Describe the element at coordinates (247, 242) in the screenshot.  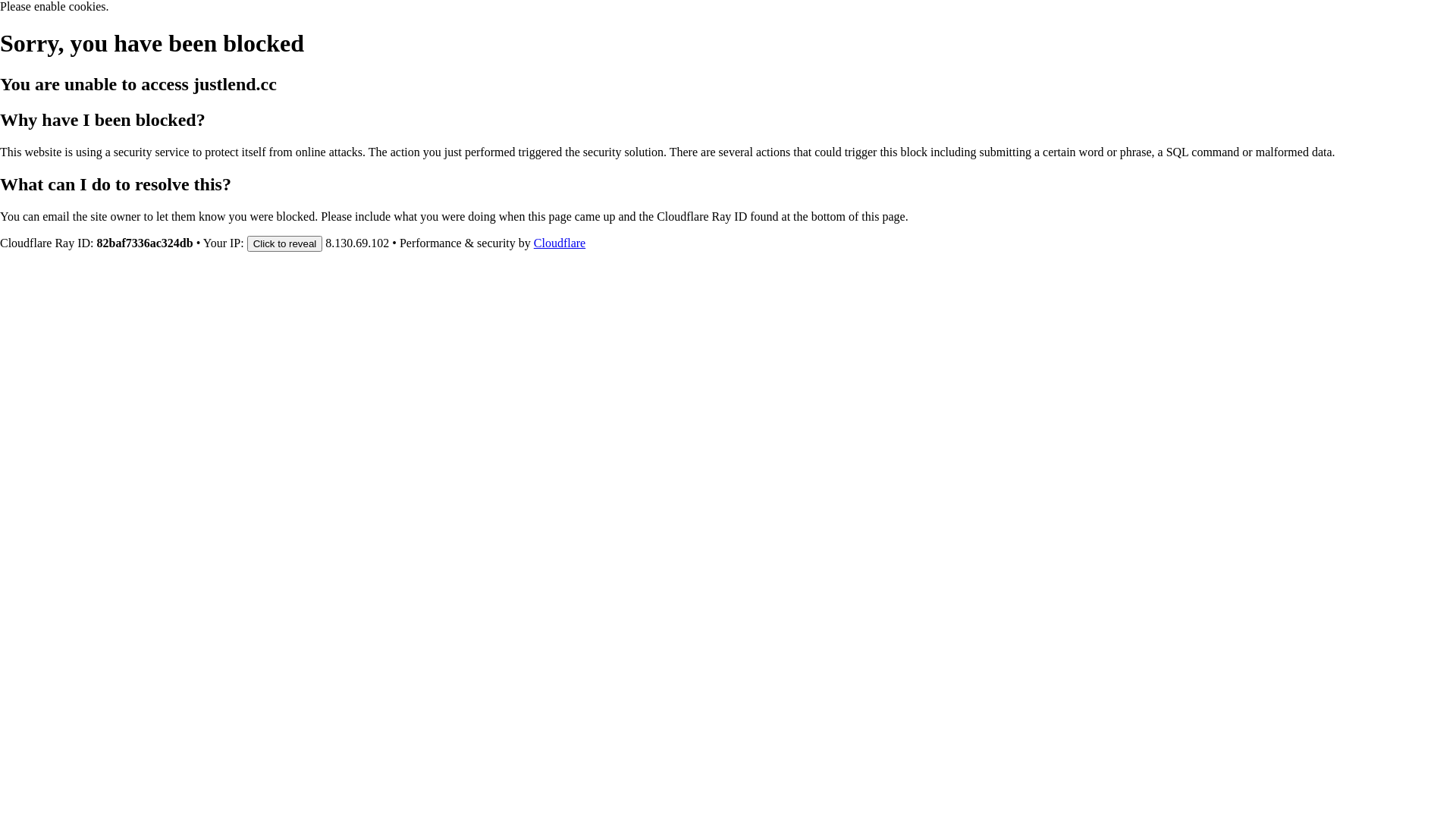
I see `'Click to reveal'` at that location.